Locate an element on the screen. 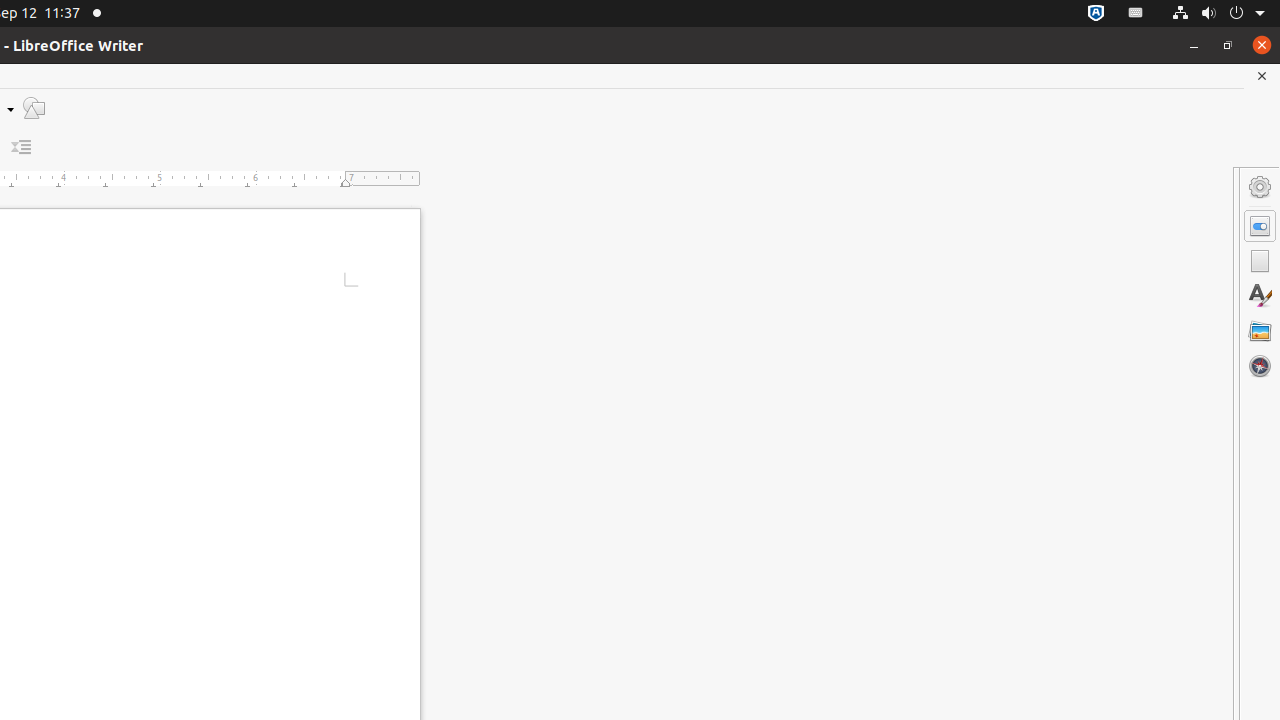 Image resolution: width=1280 pixels, height=720 pixels. 'Styles' is located at coordinates (1259, 295).